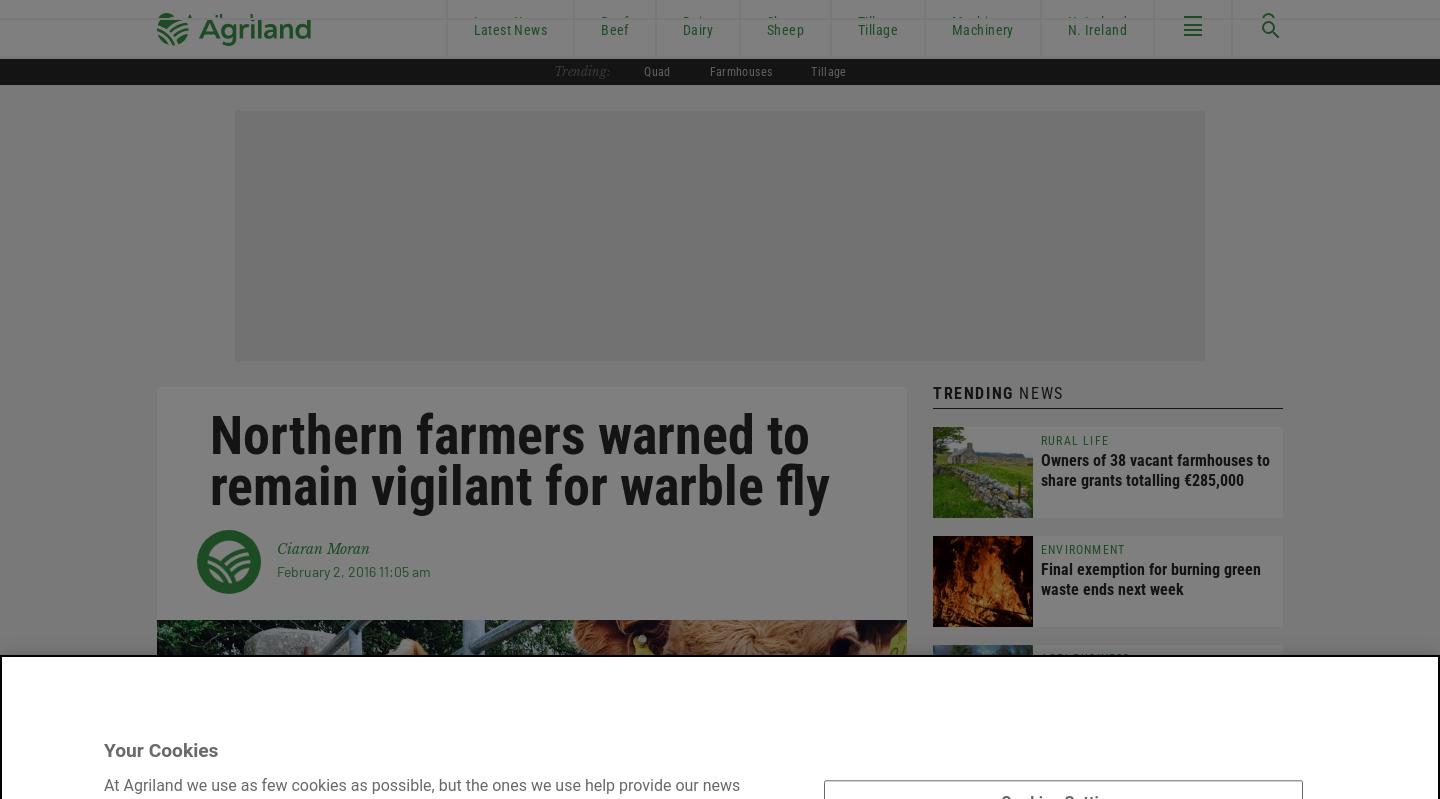 Image resolution: width=1440 pixels, height=799 pixels. Describe the element at coordinates (323, 547) in the screenshot. I see `'Ciaran Moran'` at that location.